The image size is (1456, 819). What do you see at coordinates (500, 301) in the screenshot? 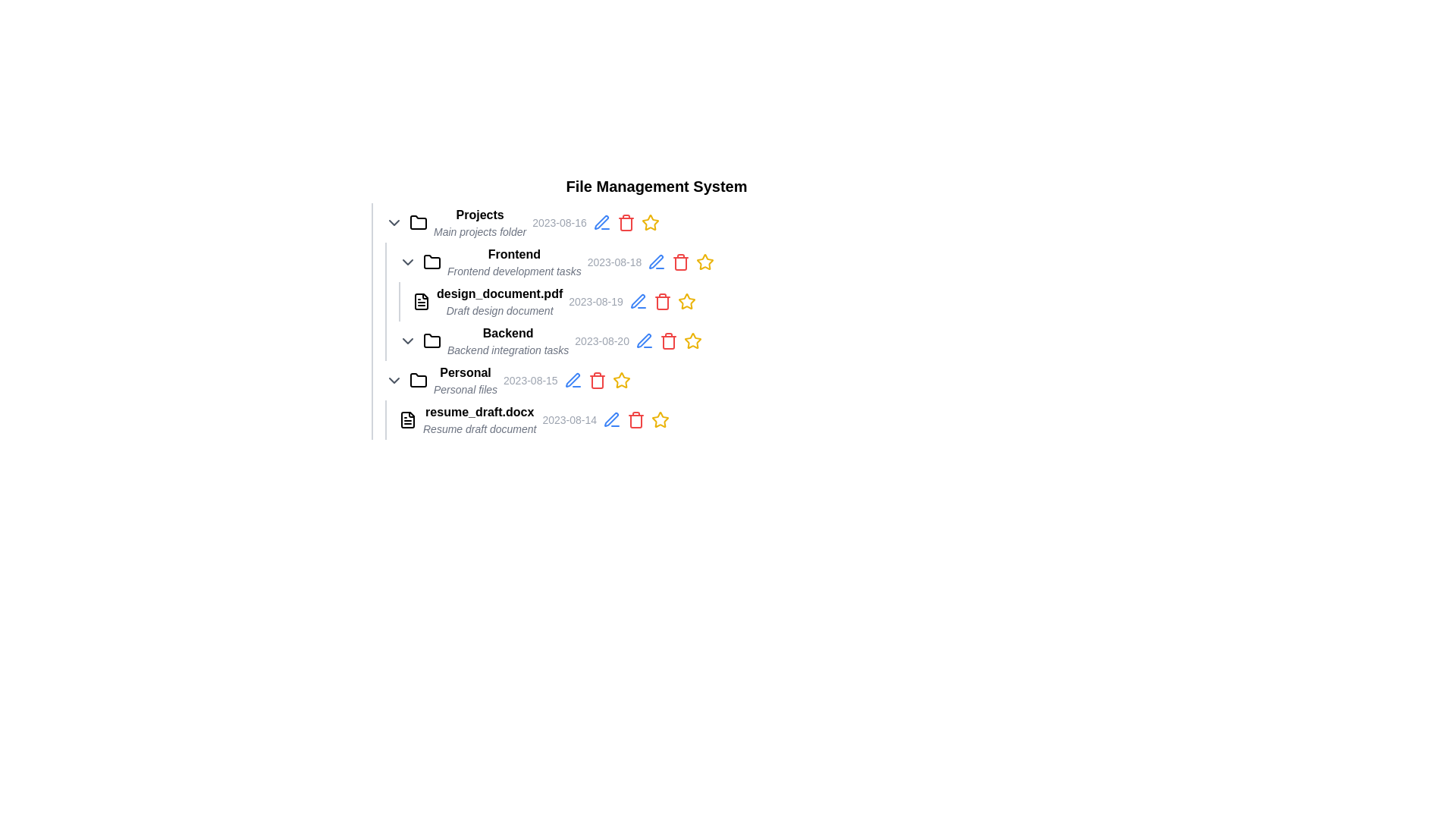
I see `the italicized description 'Draft design document' of the text-label component for the file 'design_document.pdf' located under the 'Frontend' folder in the 'Projects' section` at bounding box center [500, 301].